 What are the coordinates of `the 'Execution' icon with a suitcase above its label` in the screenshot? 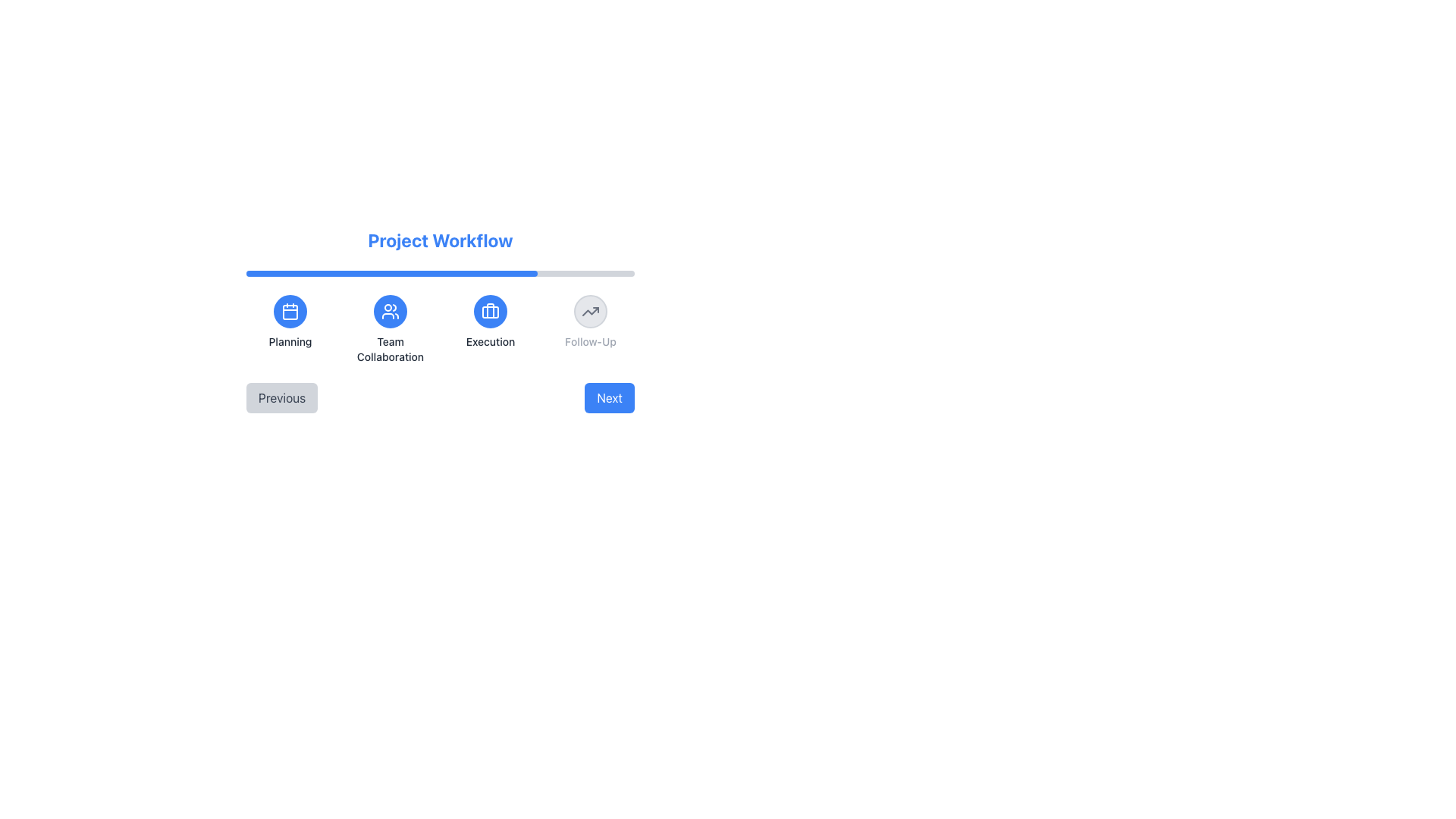 It's located at (491, 329).